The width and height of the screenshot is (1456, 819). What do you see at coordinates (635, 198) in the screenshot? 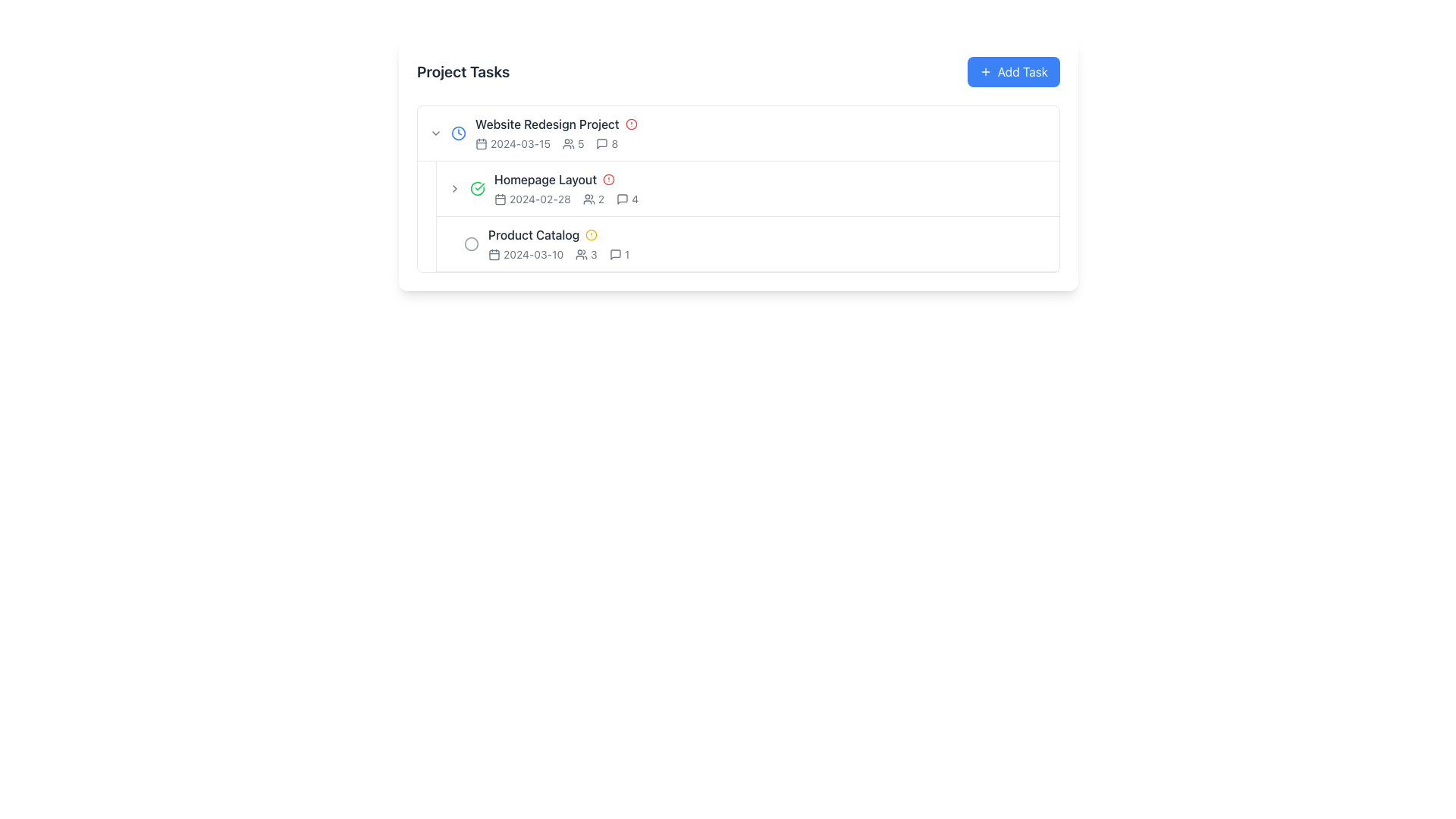
I see `the numeral '4' displayed in a small, bold font, which is the Counter Label adjacent to a speech bubble icon in the 'Homepage Layout' task row` at bounding box center [635, 198].